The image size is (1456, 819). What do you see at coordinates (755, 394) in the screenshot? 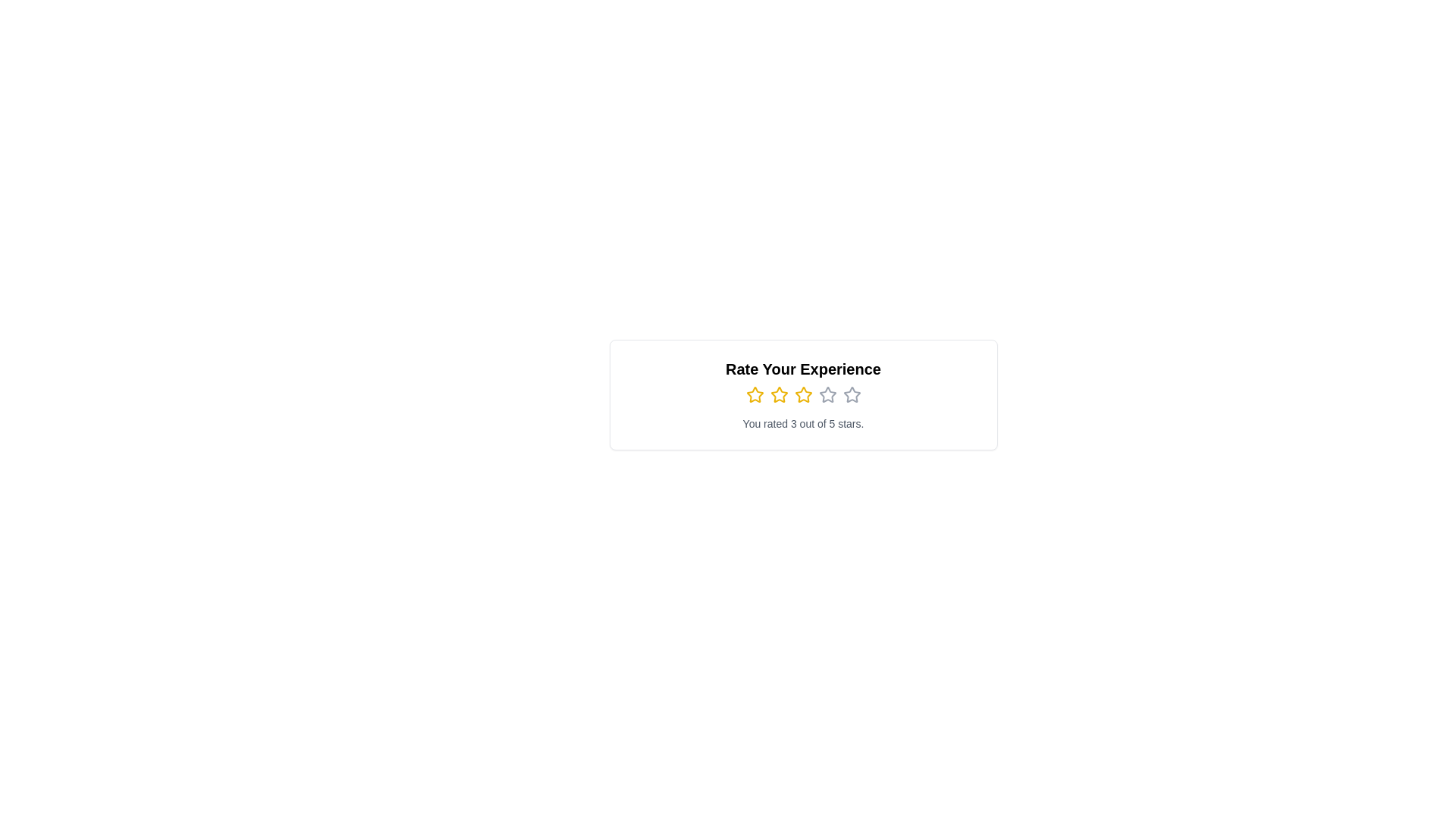
I see `the second star in the row of five rating stars` at bounding box center [755, 394].